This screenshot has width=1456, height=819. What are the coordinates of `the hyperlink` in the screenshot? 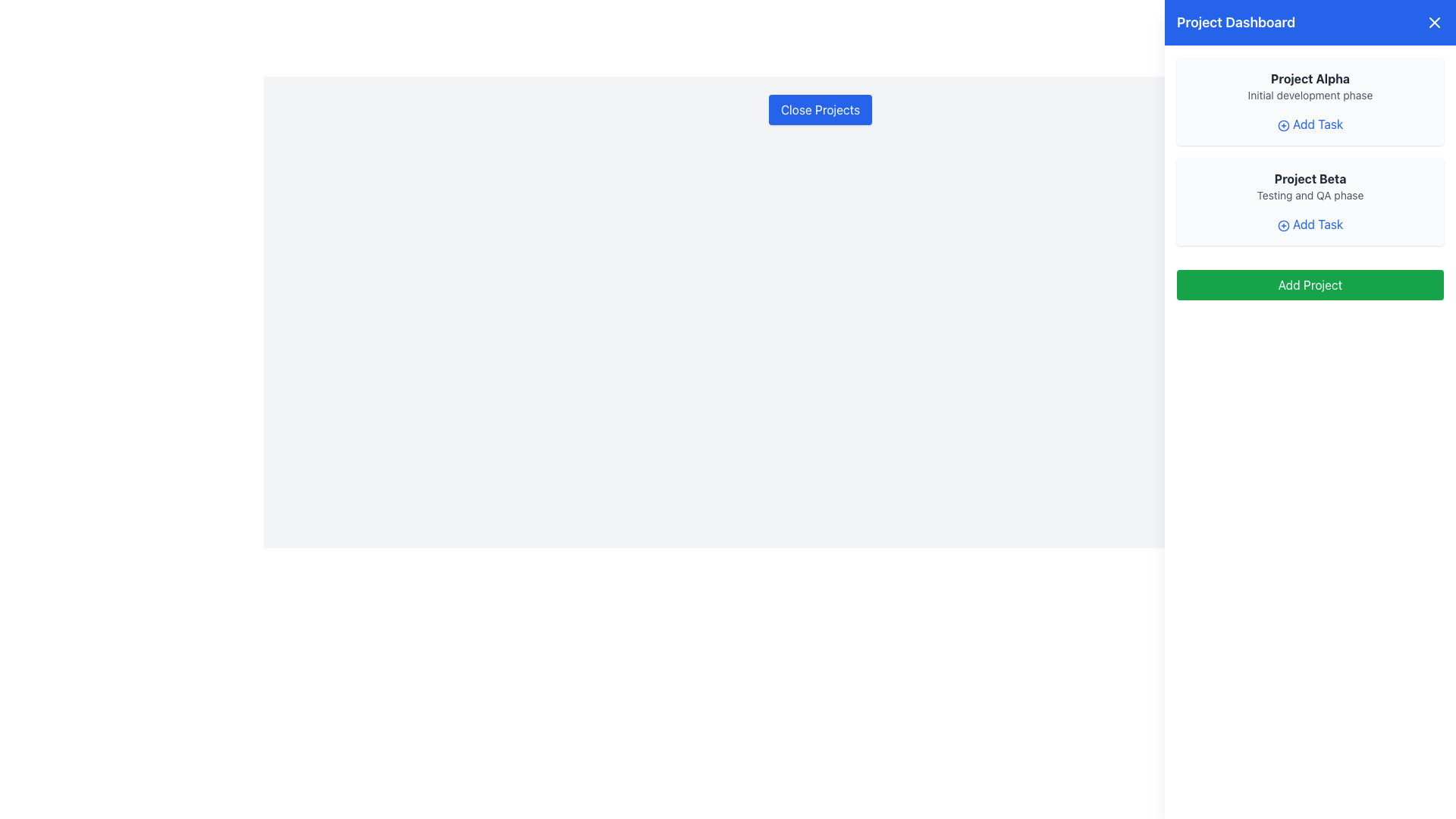 It's located at (1310, 224).